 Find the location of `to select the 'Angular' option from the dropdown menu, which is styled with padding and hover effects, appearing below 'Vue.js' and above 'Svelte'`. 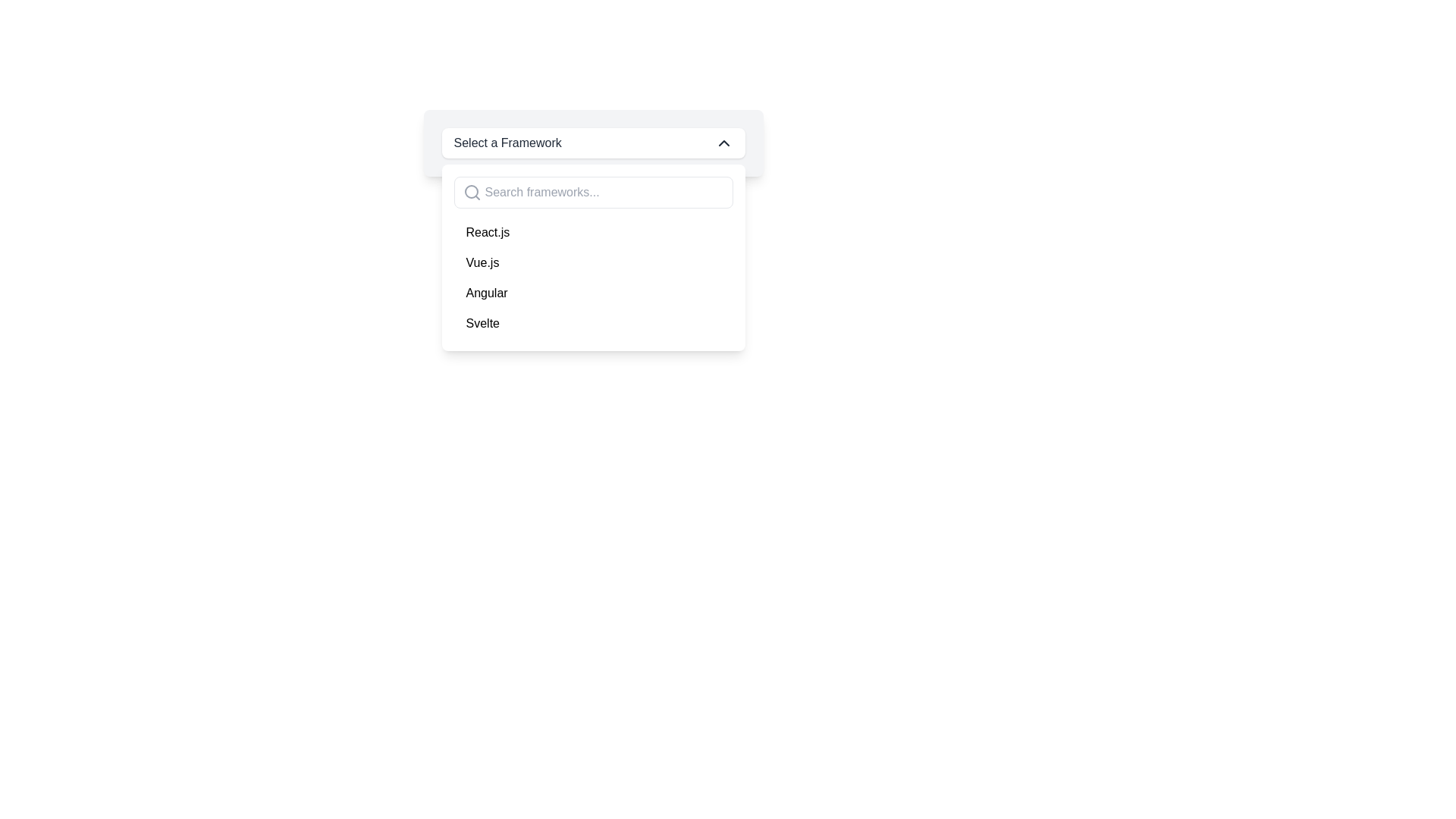

to select the 'Angular' option from the dropdown menu, which is styled with padding and hover effects, appearing below 'Vue.js' and above 'Svelte' is located at coordinates (592, 293).